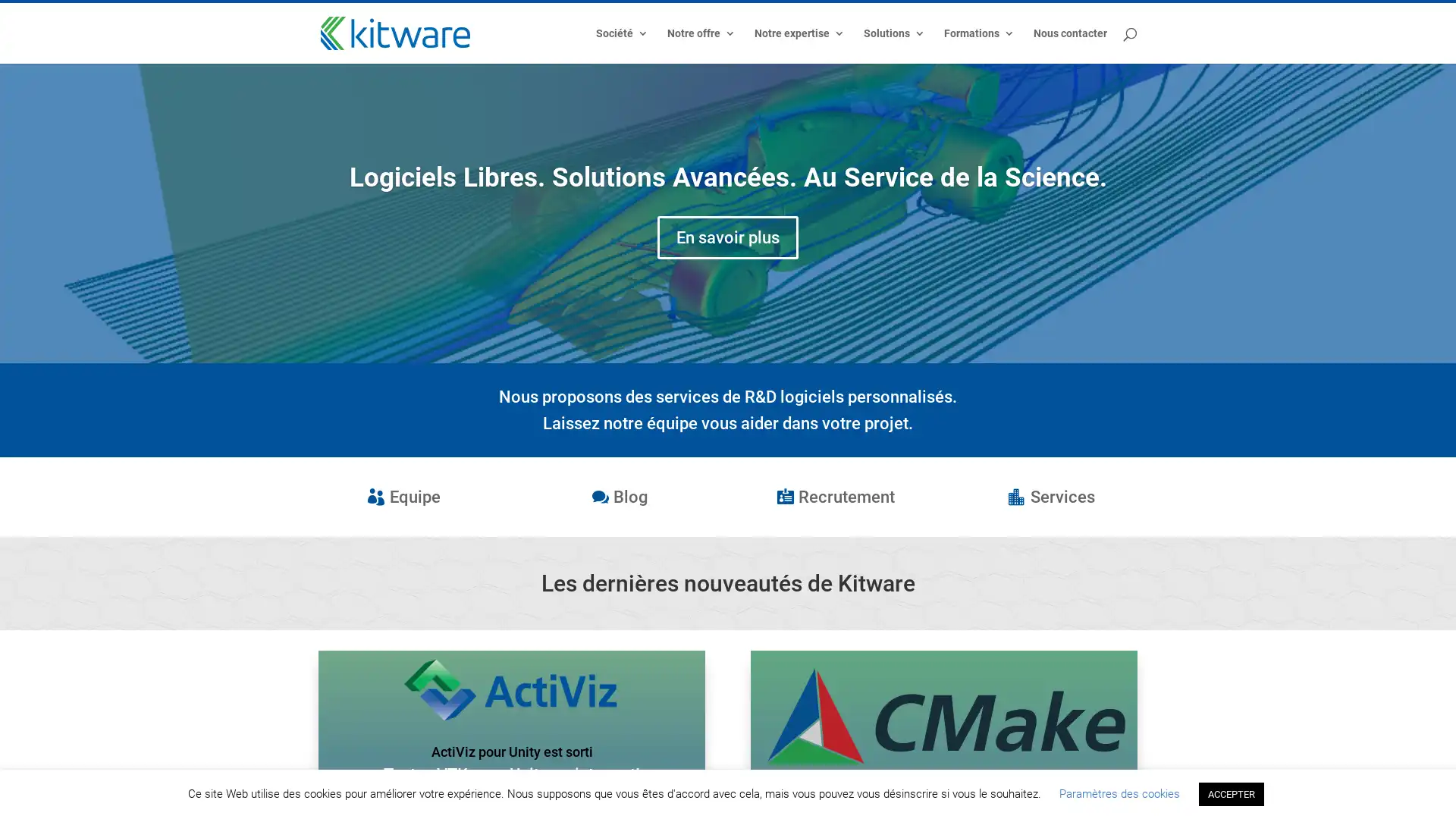  What do you see at coordinates (1119, 792) in the screenshot?
I see `Parametres des cookies` at bounding box center [1119, 792].